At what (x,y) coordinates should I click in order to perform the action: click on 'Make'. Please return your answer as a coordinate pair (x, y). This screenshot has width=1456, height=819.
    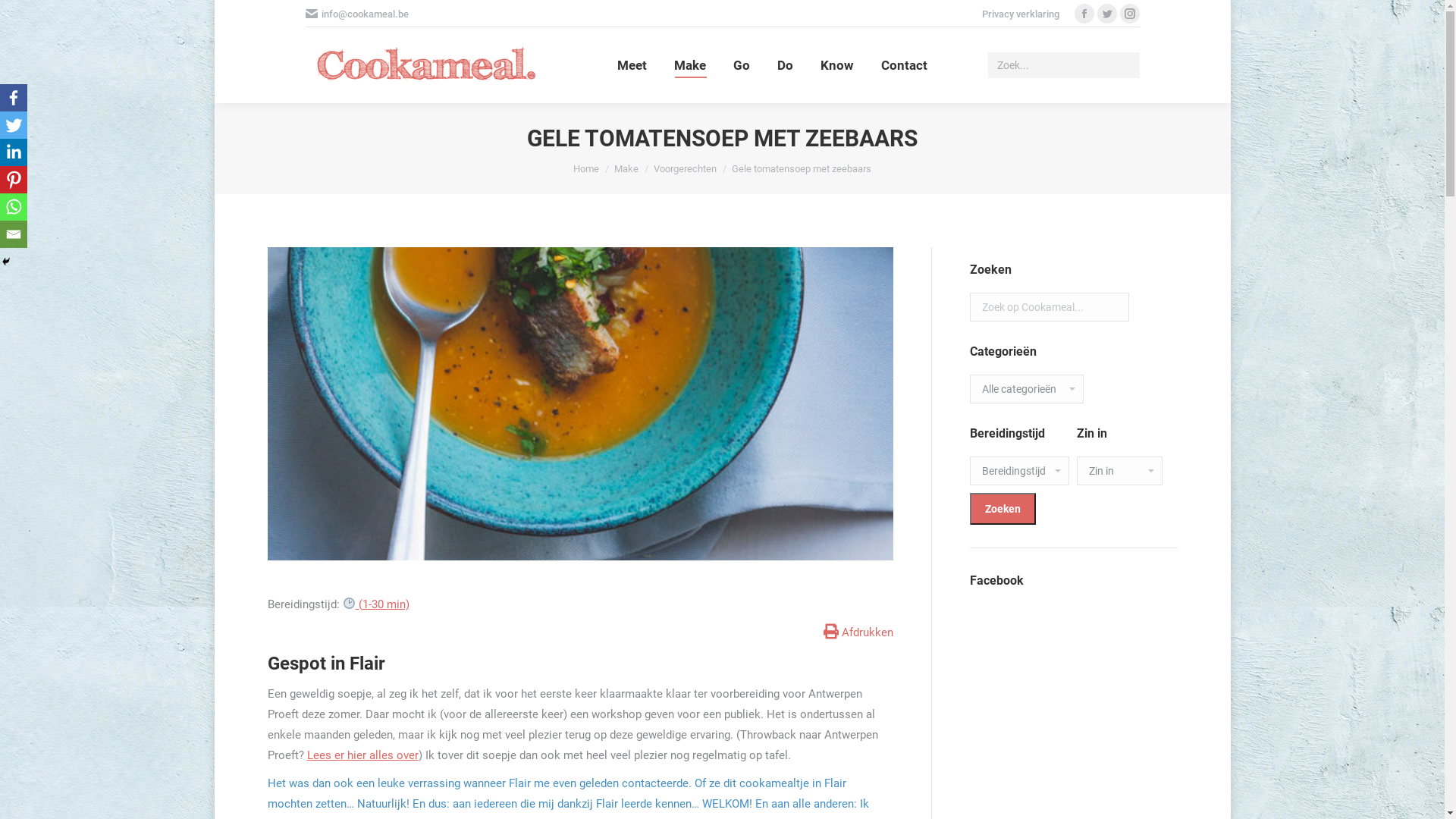
    Looking at the image, I should click on (689, 64).